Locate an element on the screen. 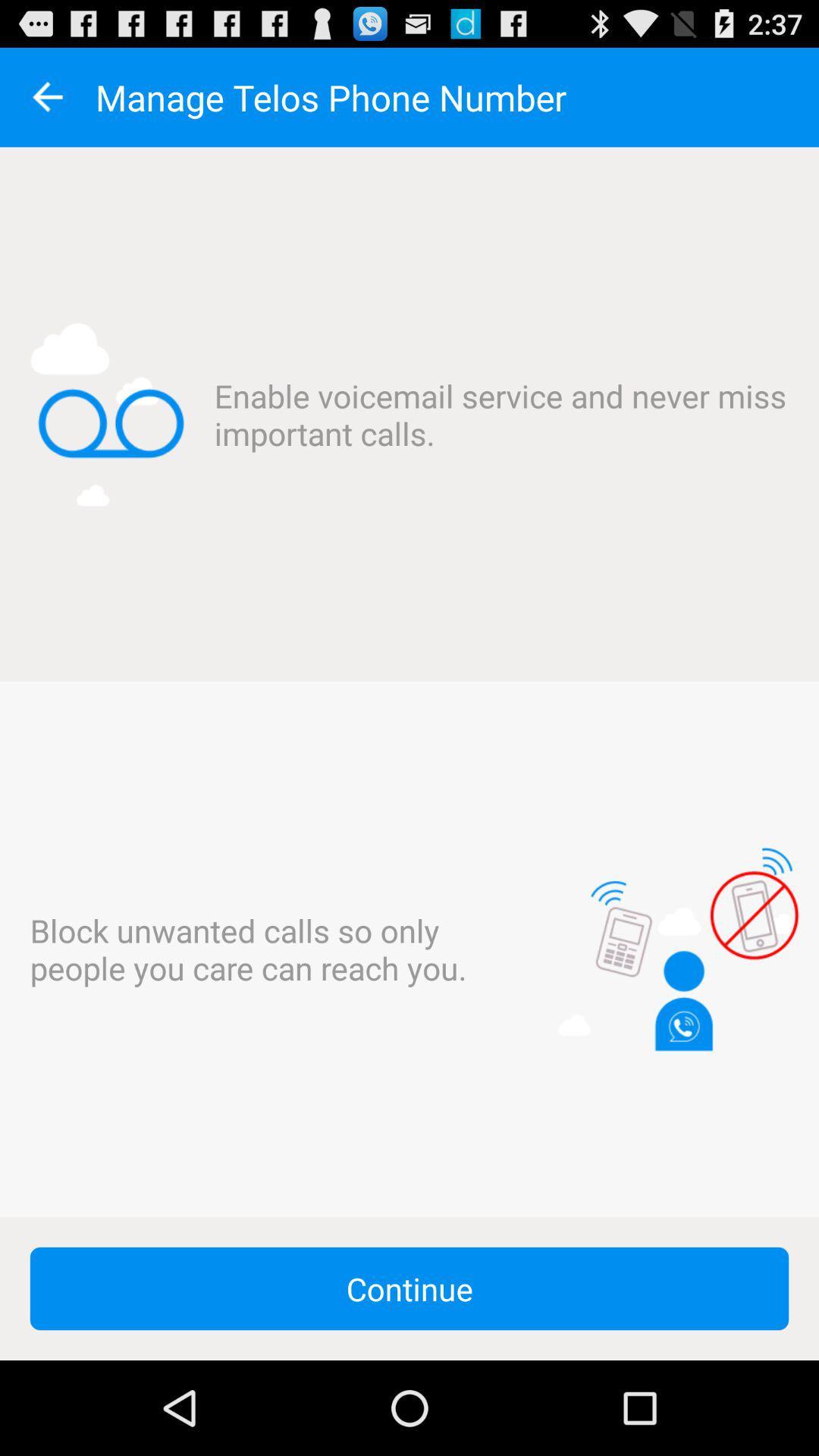 The width and height of the screenshot is (819, 1456). continue item is located at coordinates (409, 1288).